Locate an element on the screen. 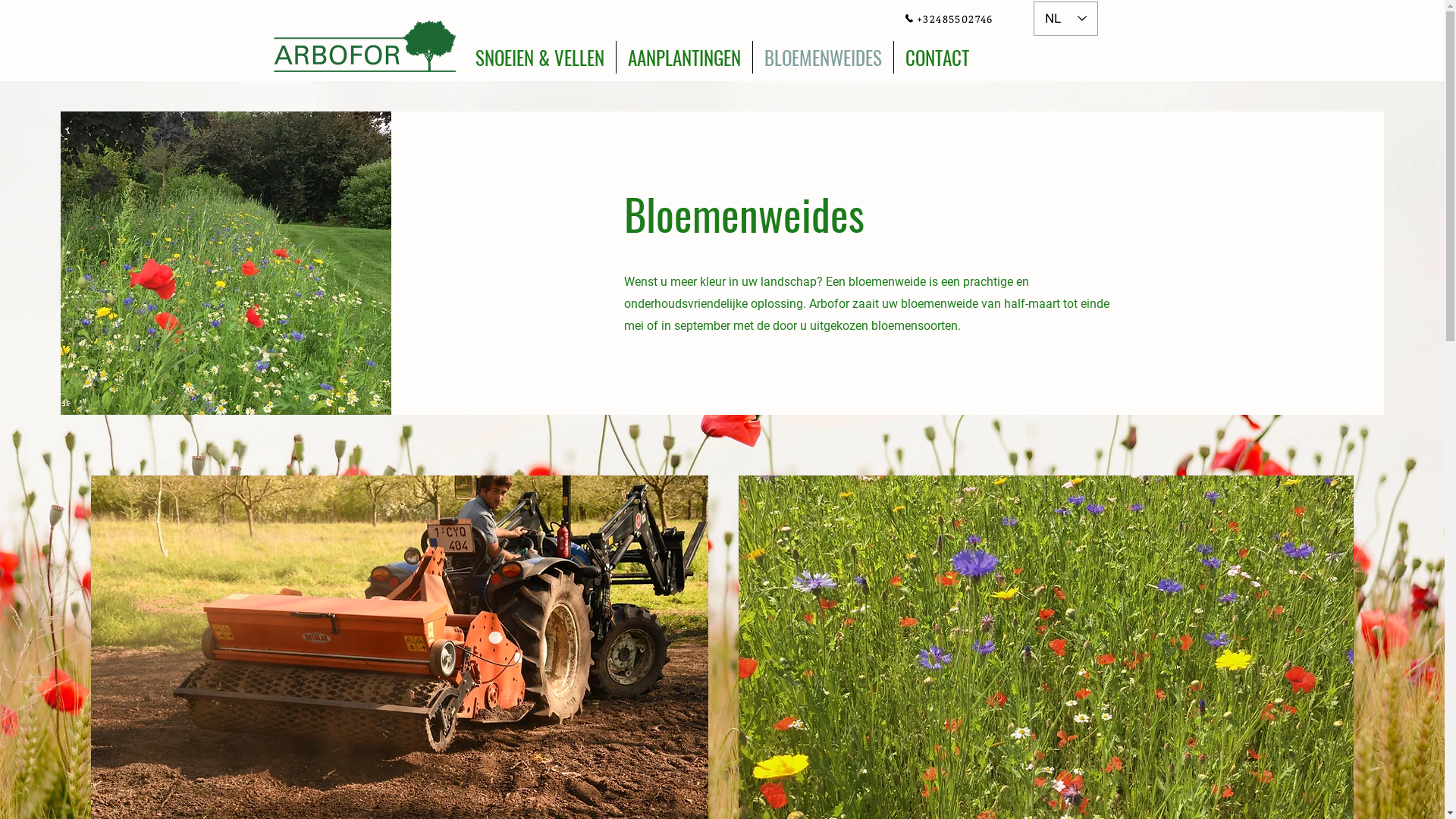  'BLOEMENWEIDES' is located at coordinates (821, 56).